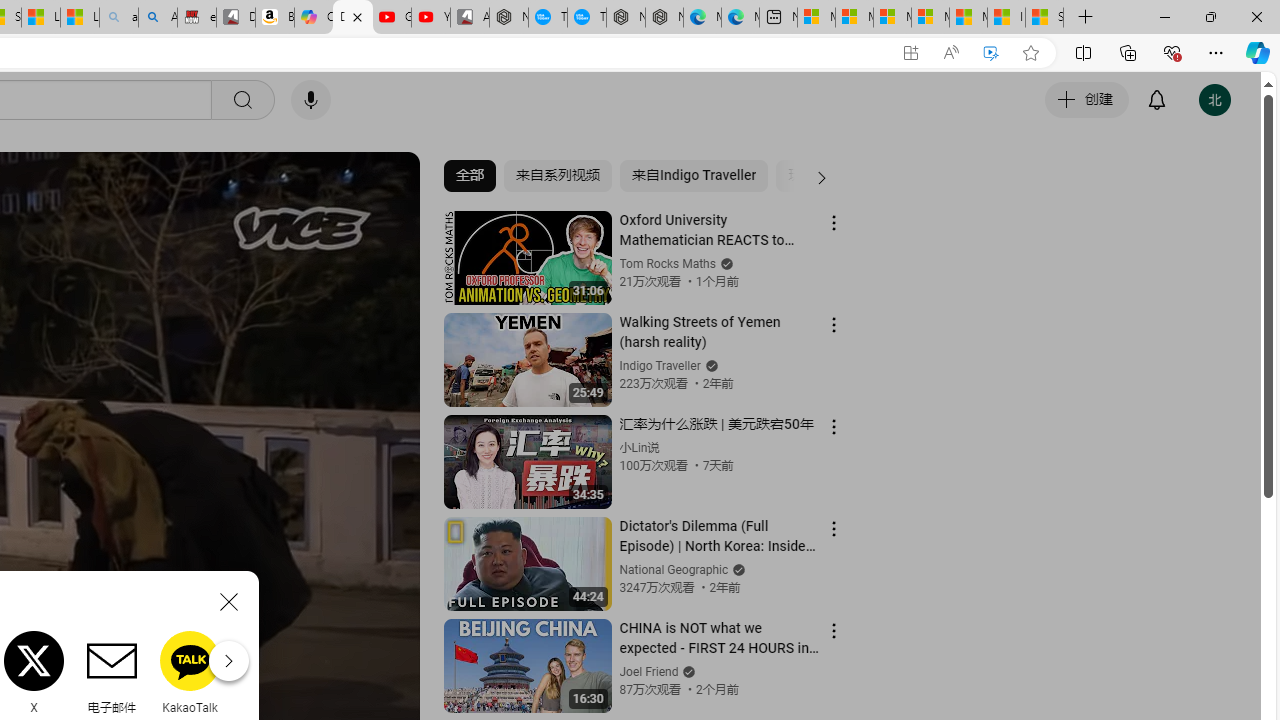 The height and width of the screenshot is (720, 1280). What do you see at coordinates (190, 672) in the screenshot?
I see `'KakaoTalk'` at bounding box center [190, 672].